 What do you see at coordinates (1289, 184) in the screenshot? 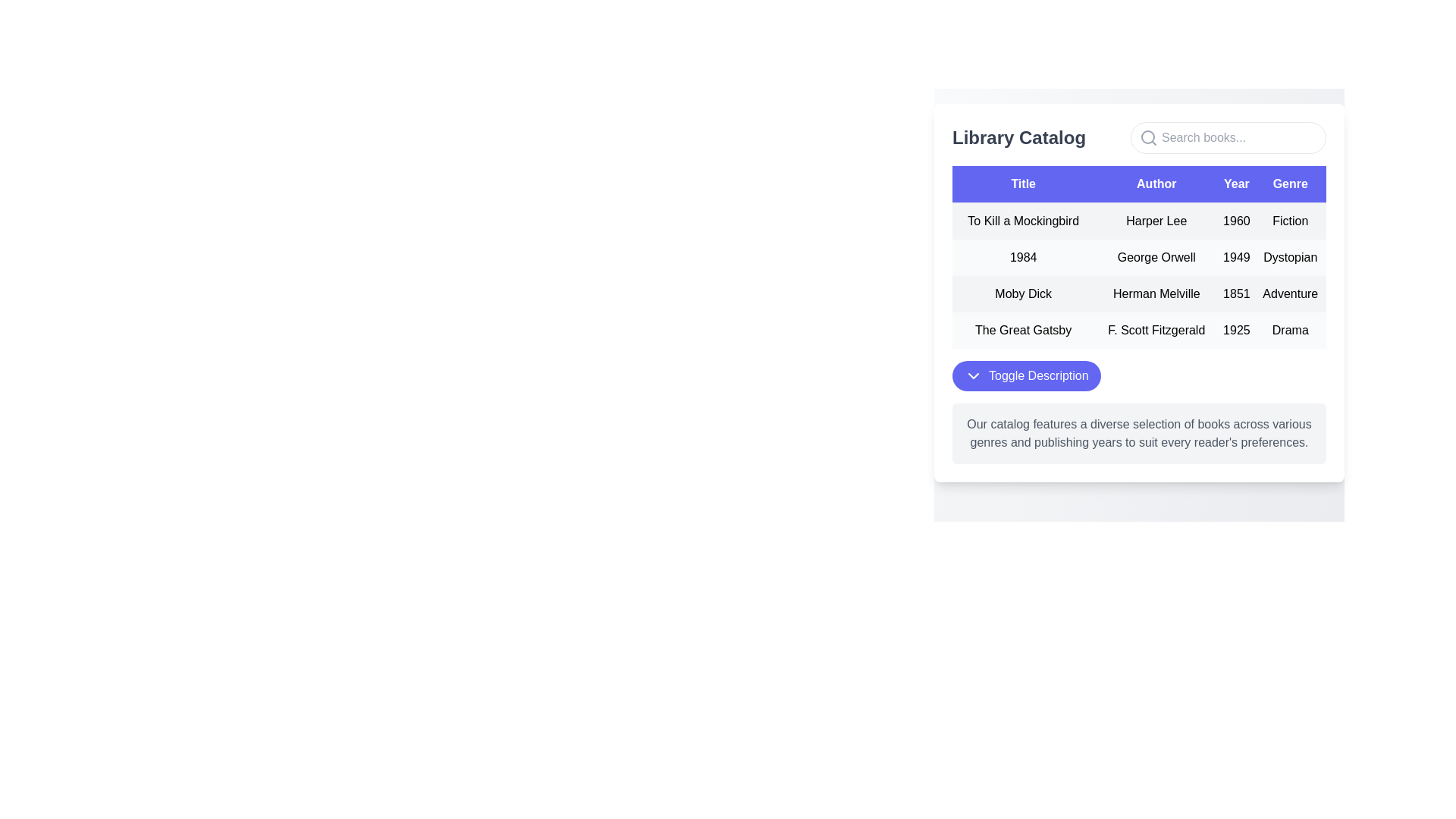
I see `the 'Genre' table header with a purple background and white bold text to potentially sort by this column` at bounding box center [1289, 184].